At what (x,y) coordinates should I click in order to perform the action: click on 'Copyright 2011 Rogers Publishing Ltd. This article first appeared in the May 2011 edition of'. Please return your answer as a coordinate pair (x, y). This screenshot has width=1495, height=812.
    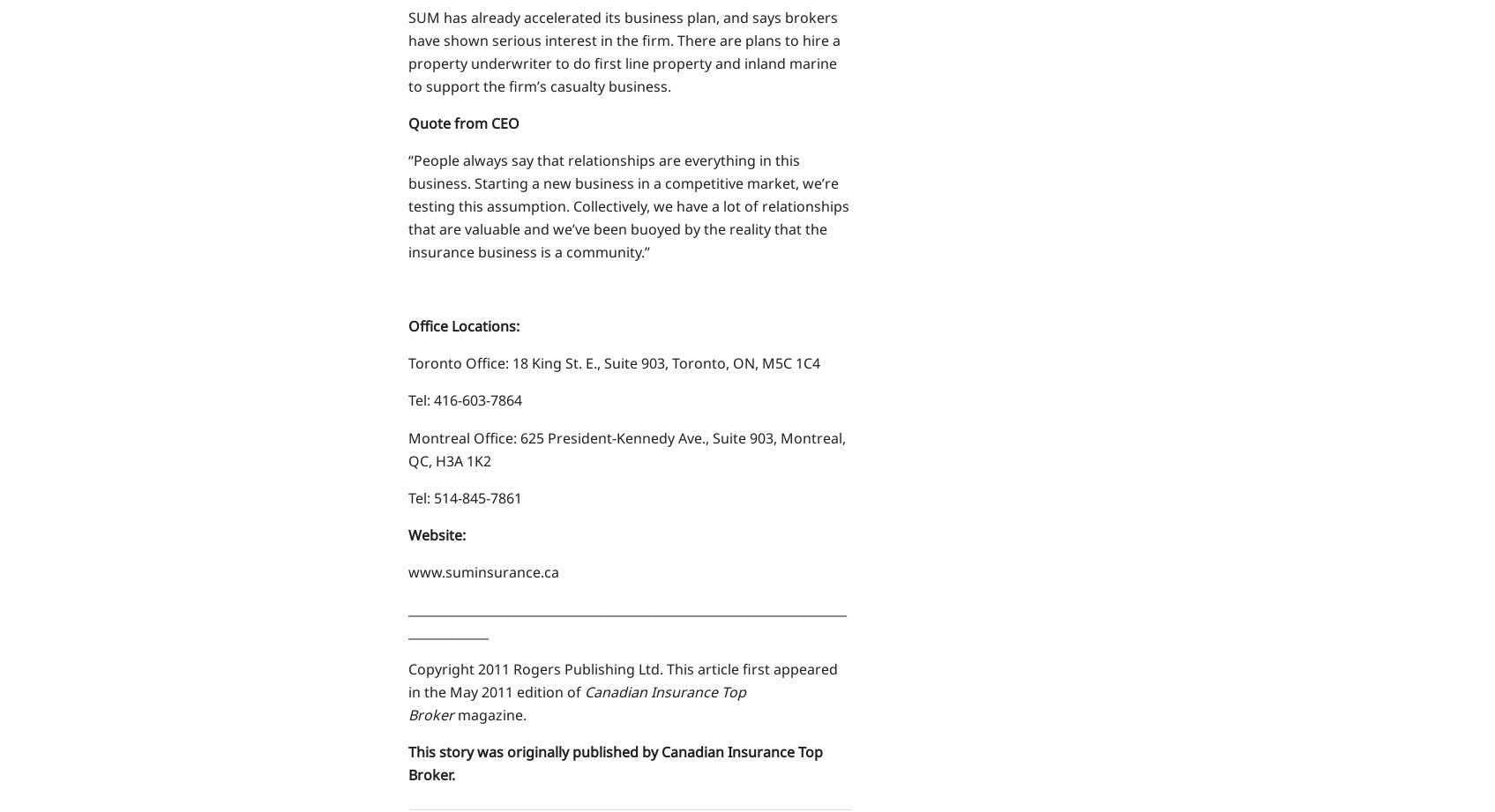
    Looking at the image, I should click on (622, 678).